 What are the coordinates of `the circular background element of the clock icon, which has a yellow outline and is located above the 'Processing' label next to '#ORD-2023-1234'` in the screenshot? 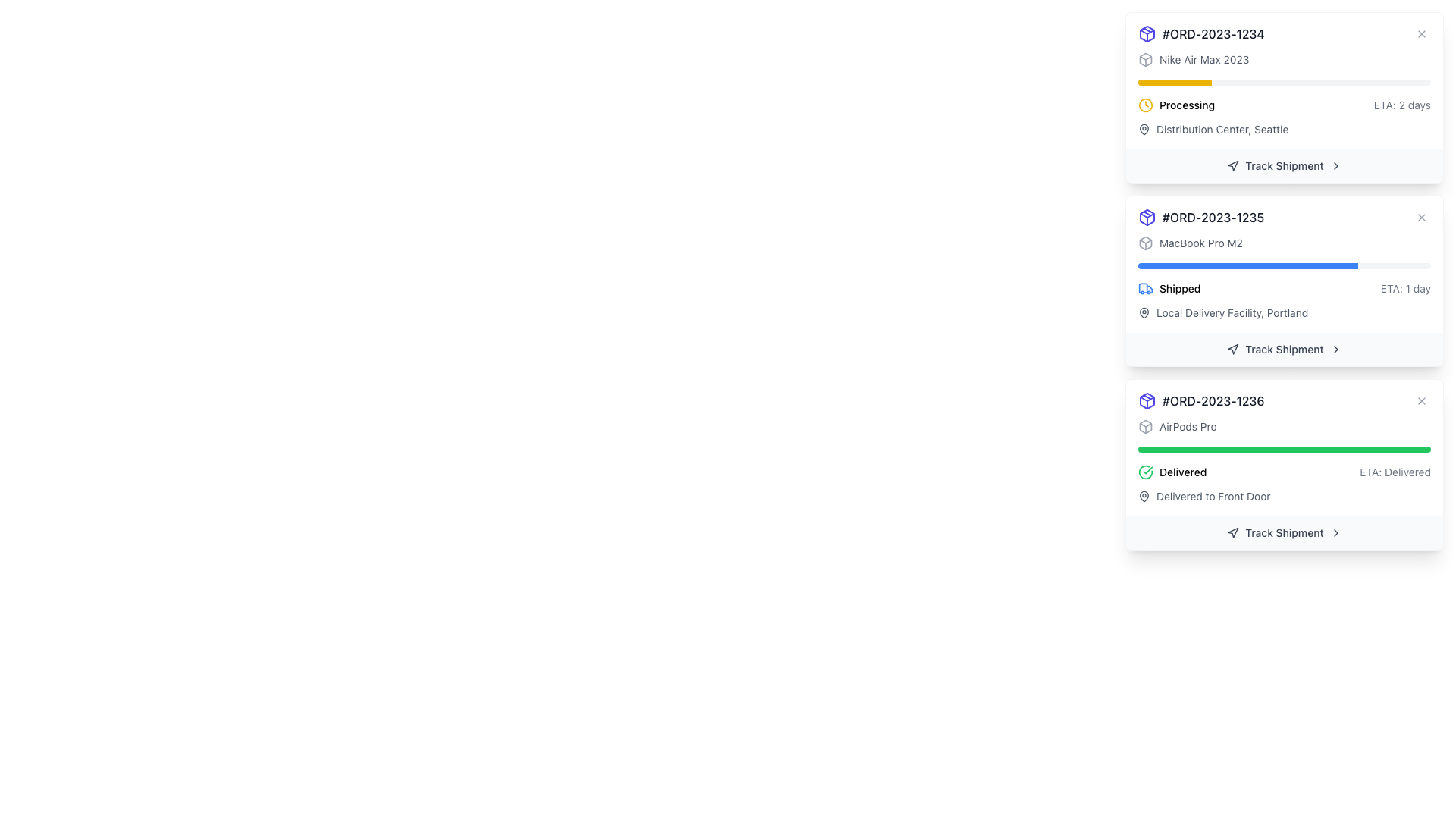 It's located at (1146, 104).